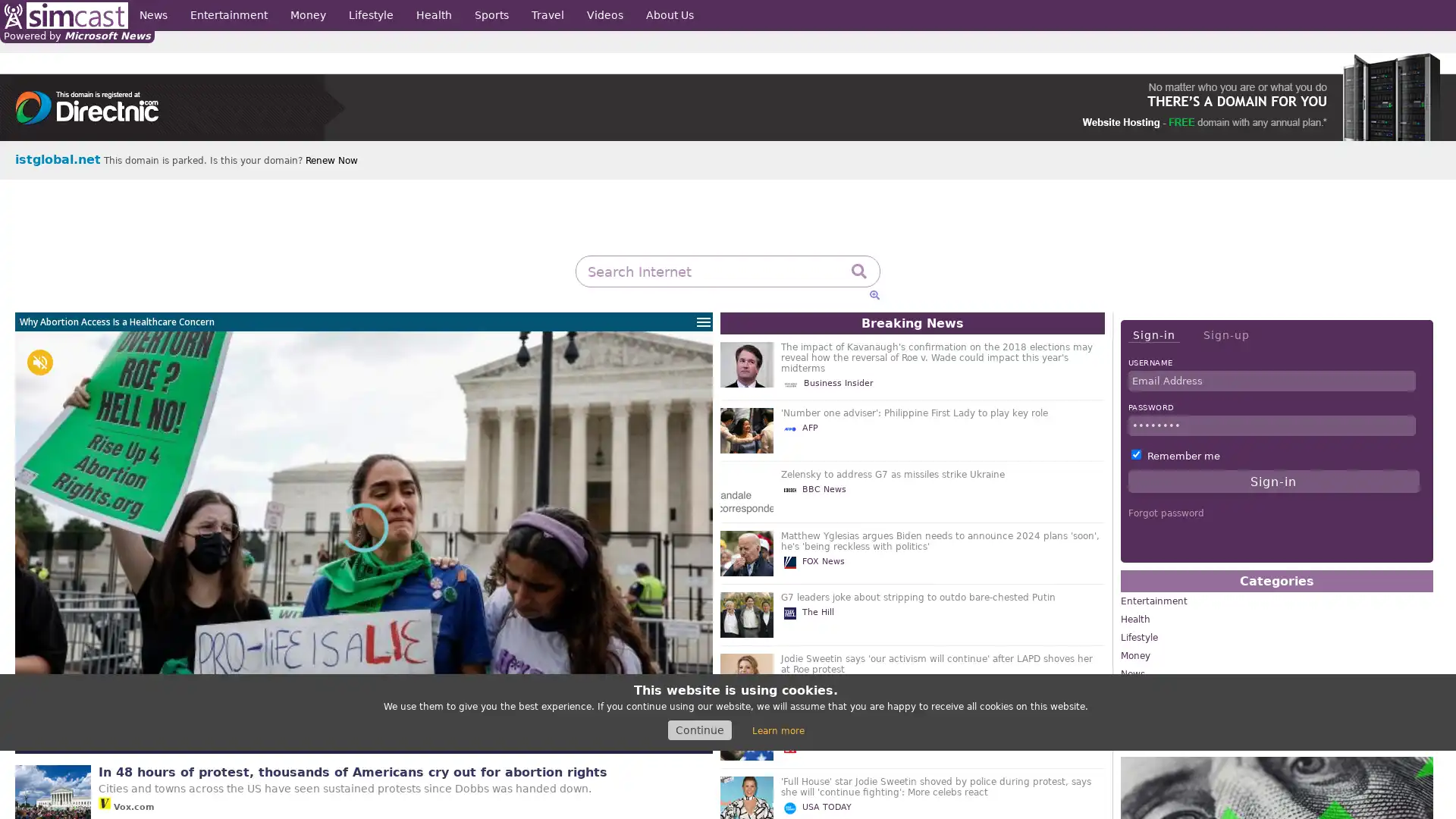  I want to click on Continue, so click(698, 730).